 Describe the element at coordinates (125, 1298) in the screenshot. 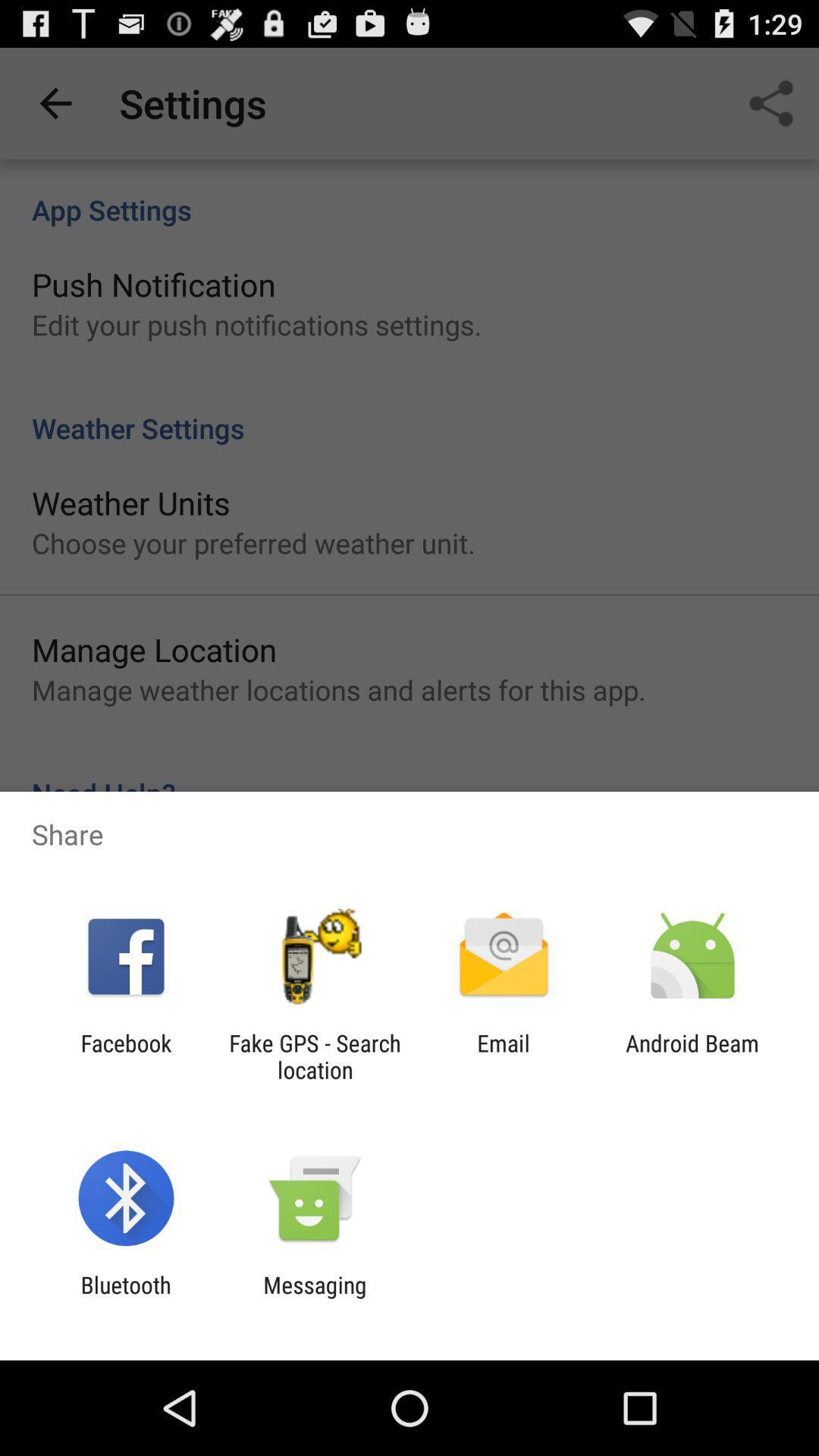

I see `the icon to the left of messaging icon` at that location.